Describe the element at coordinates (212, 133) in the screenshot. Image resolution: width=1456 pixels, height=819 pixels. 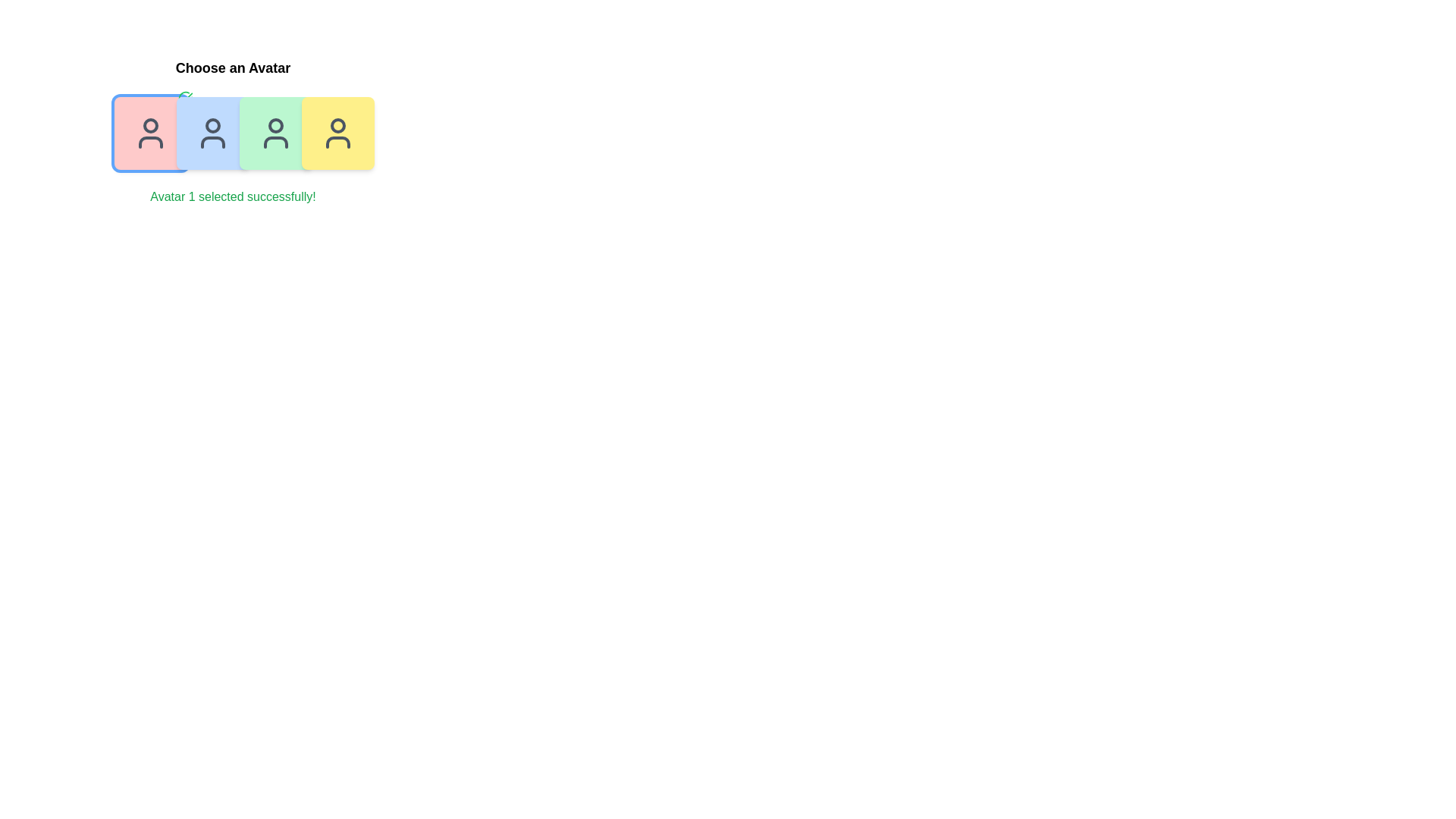
I see `the selectable tile for avatar representation, which is a light blue square tile with rounded corners and a gray outlined avatar icon at its center` at that location.